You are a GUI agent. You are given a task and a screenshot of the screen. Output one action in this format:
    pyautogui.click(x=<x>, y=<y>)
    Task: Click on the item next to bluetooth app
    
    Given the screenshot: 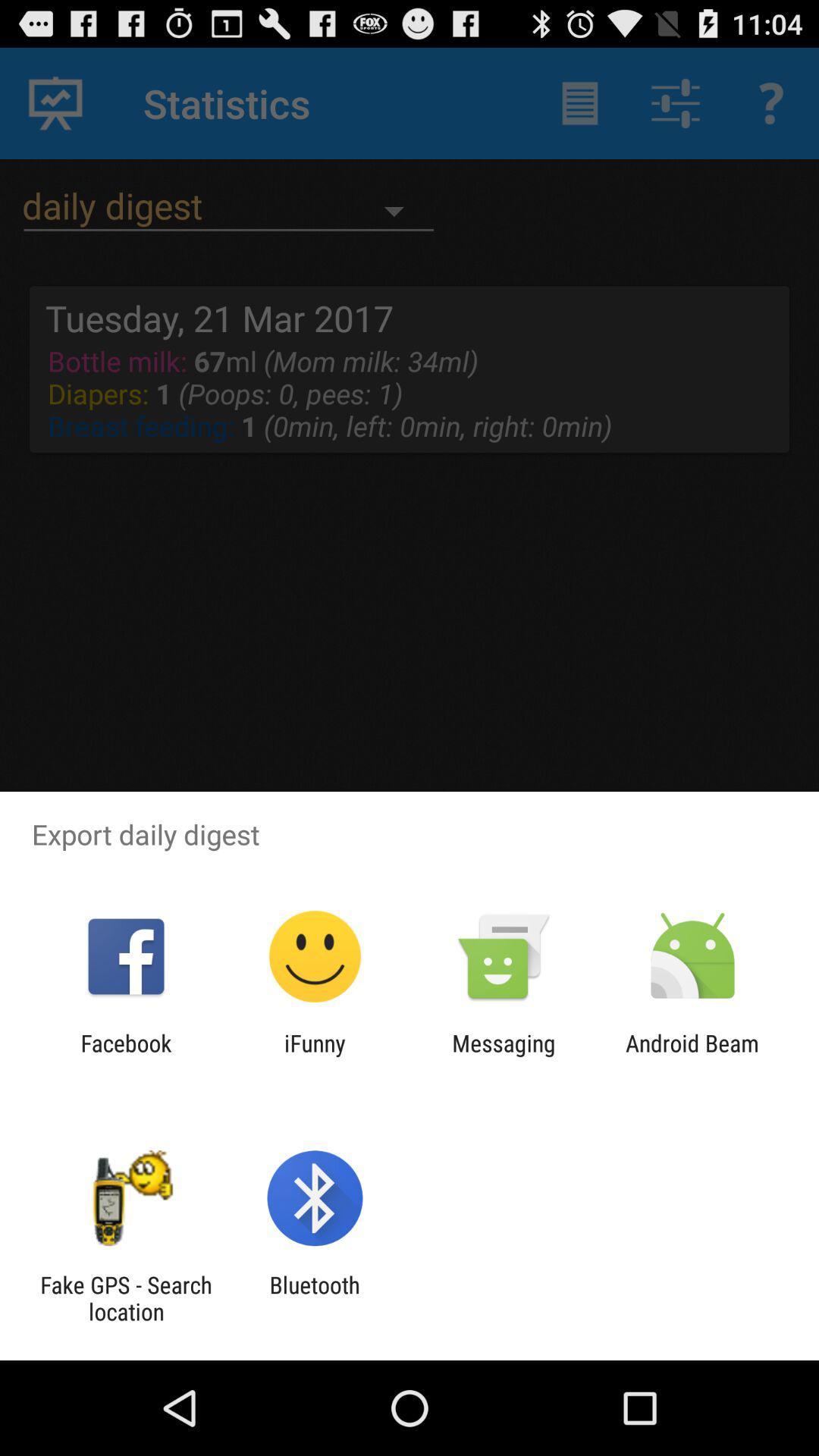 What is the action you would take?
    pyautogui.click(x=125, y=1298)
    